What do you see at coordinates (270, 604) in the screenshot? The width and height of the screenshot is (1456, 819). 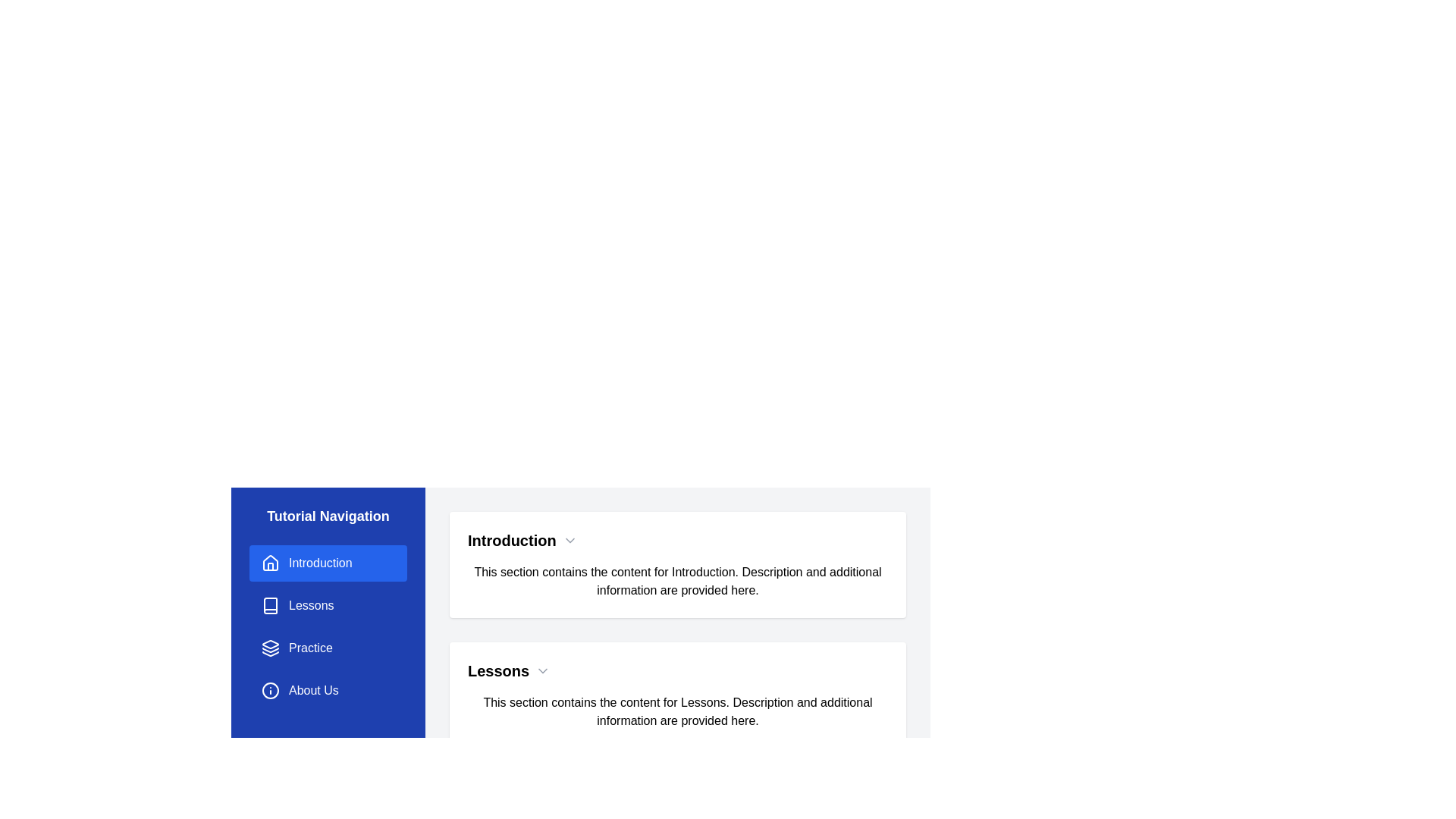 I see `the book icon with a blue background and white outline, located adjacent to the 'Lessons' text in the vertical navigation bar` at bounding box center [270, 604].